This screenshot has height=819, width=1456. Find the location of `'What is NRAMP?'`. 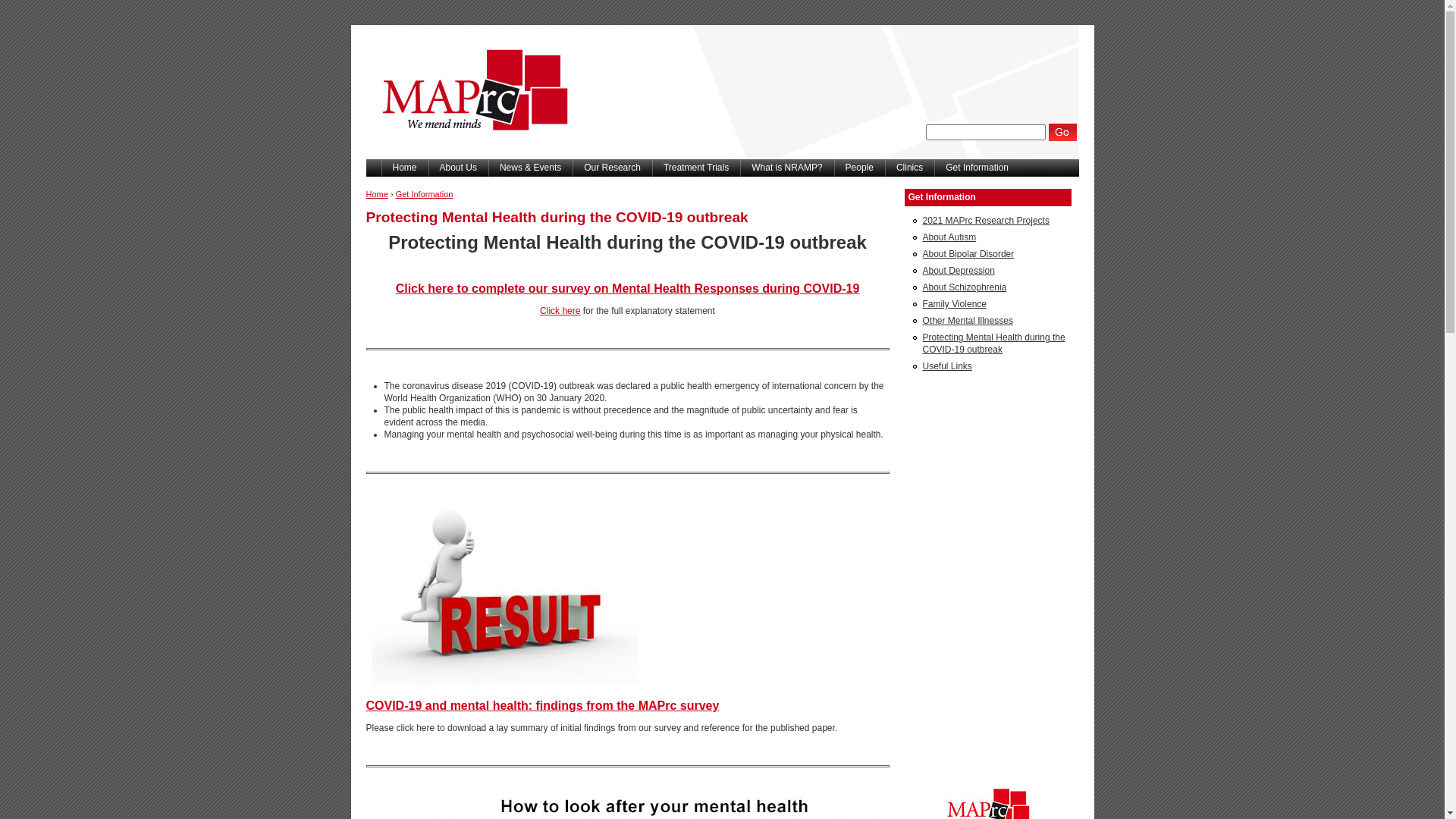

'What is NRAMP?' is located at coordinates (786, 168).